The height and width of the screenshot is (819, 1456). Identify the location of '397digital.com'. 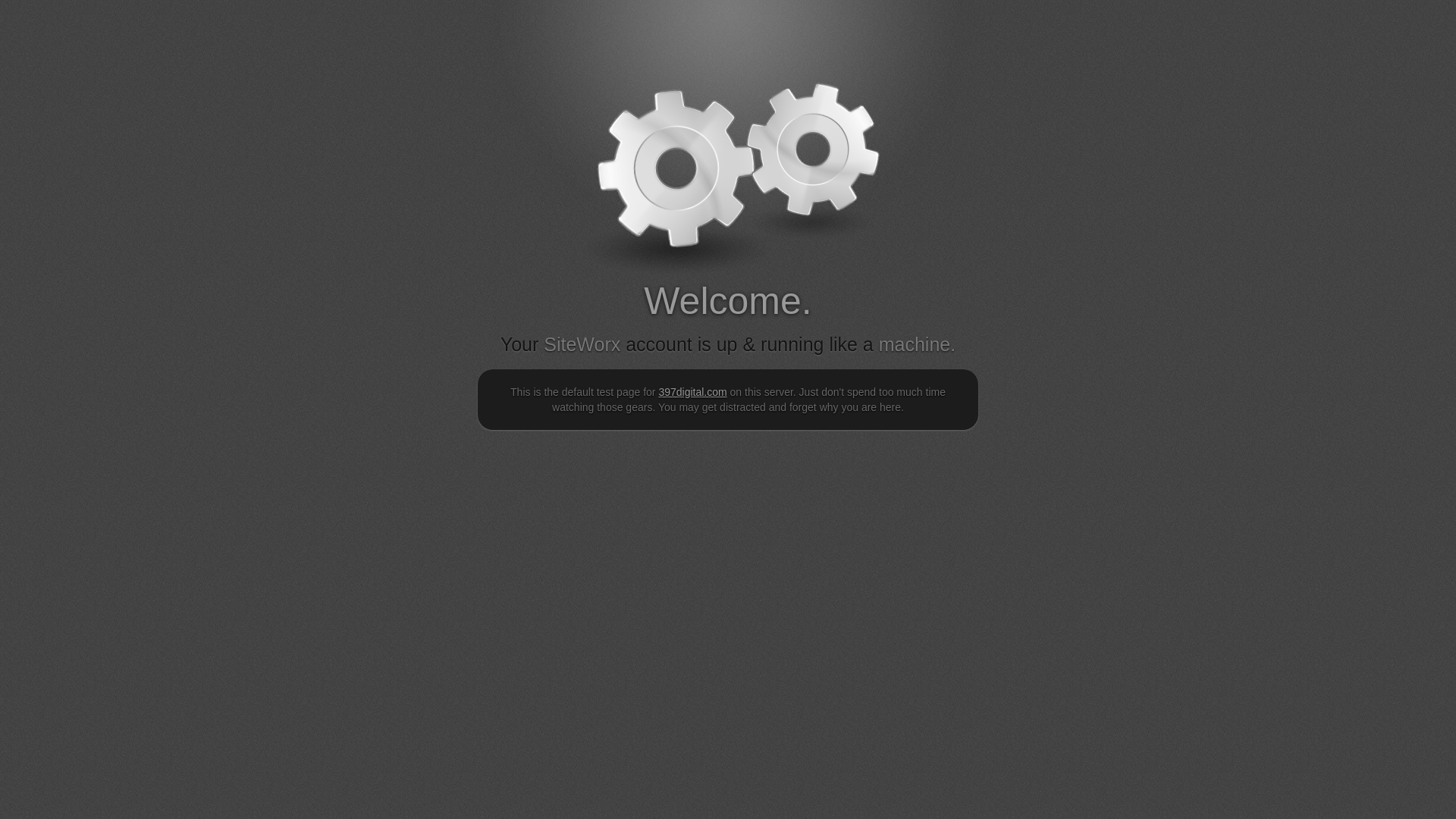
(691, 391).